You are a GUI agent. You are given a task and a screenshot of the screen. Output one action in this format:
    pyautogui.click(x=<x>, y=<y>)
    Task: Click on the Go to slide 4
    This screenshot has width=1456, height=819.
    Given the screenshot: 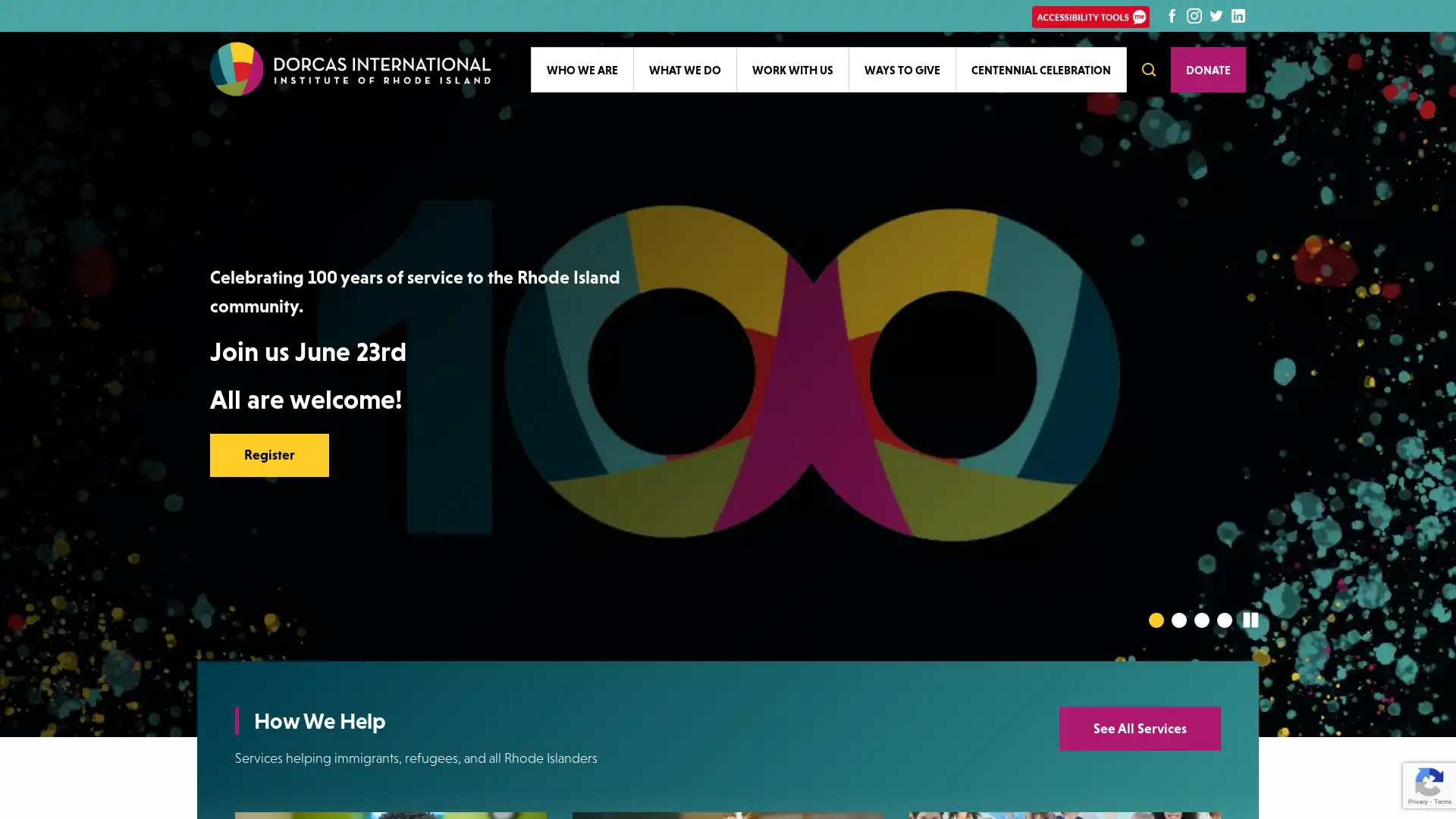 What is the action you would take?
    pyautogui.click(x=1224, y=620)
    